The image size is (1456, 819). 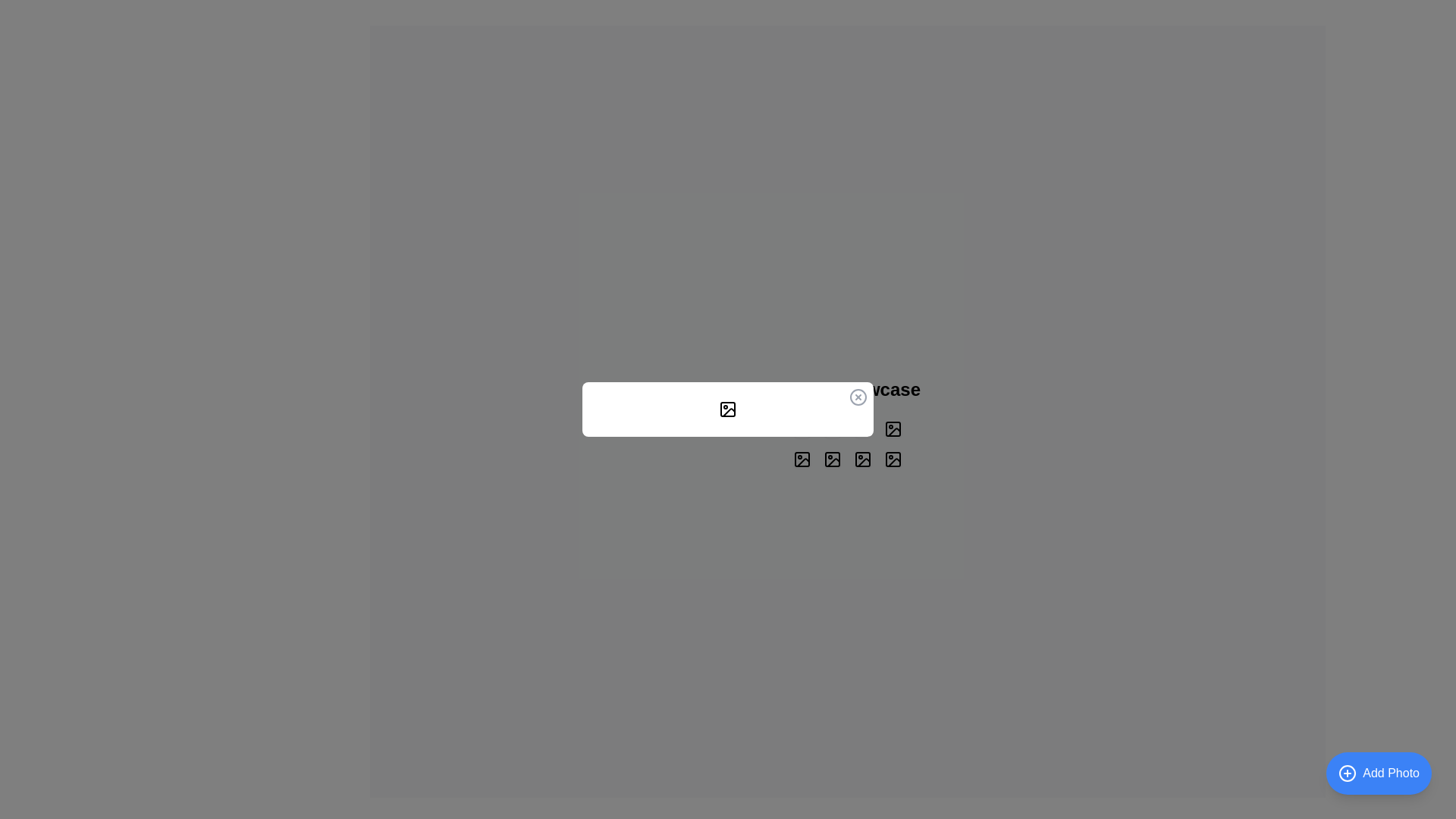 I want to click on the fourth square icon at the bottom of the interface, which has a black border and a white background, so click(x=893, y=458).